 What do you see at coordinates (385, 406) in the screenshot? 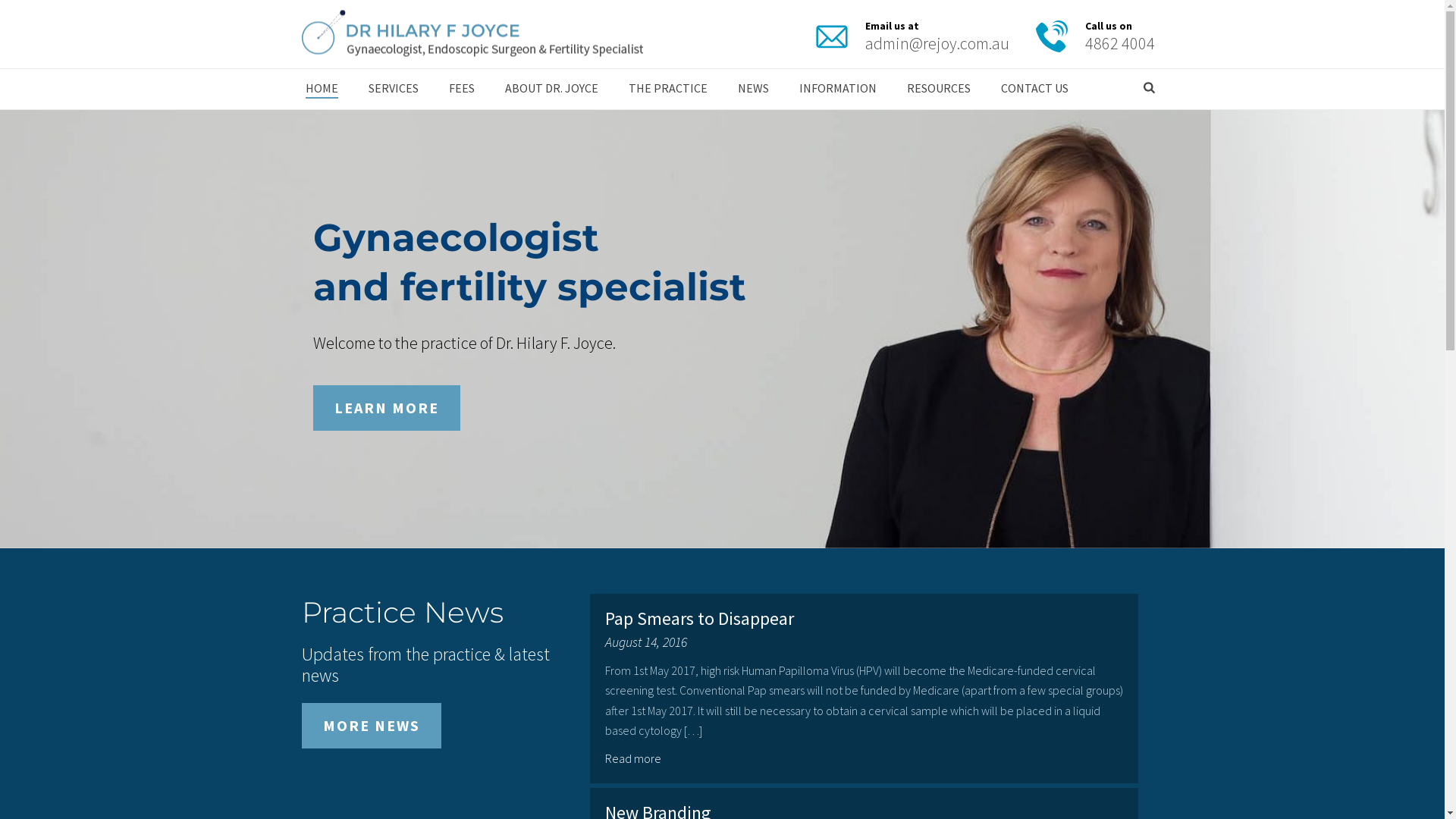
I see `'LEARN MORE'` at bounding box center [385, 406].